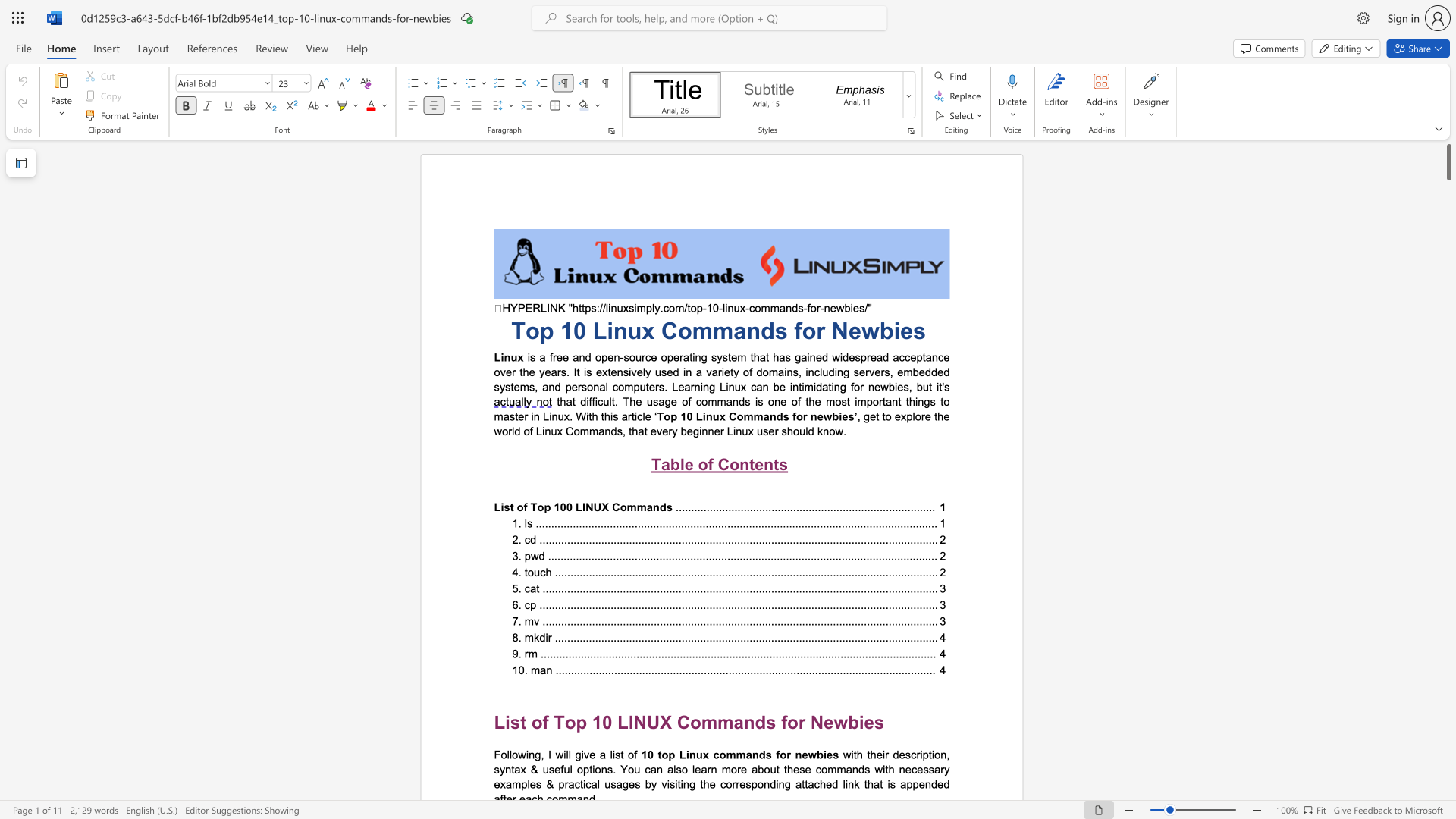 Image resolution: width=1456 pixels, height=819 pixels. I want to click on the 4th character "m" in the text, so click(524, 386).